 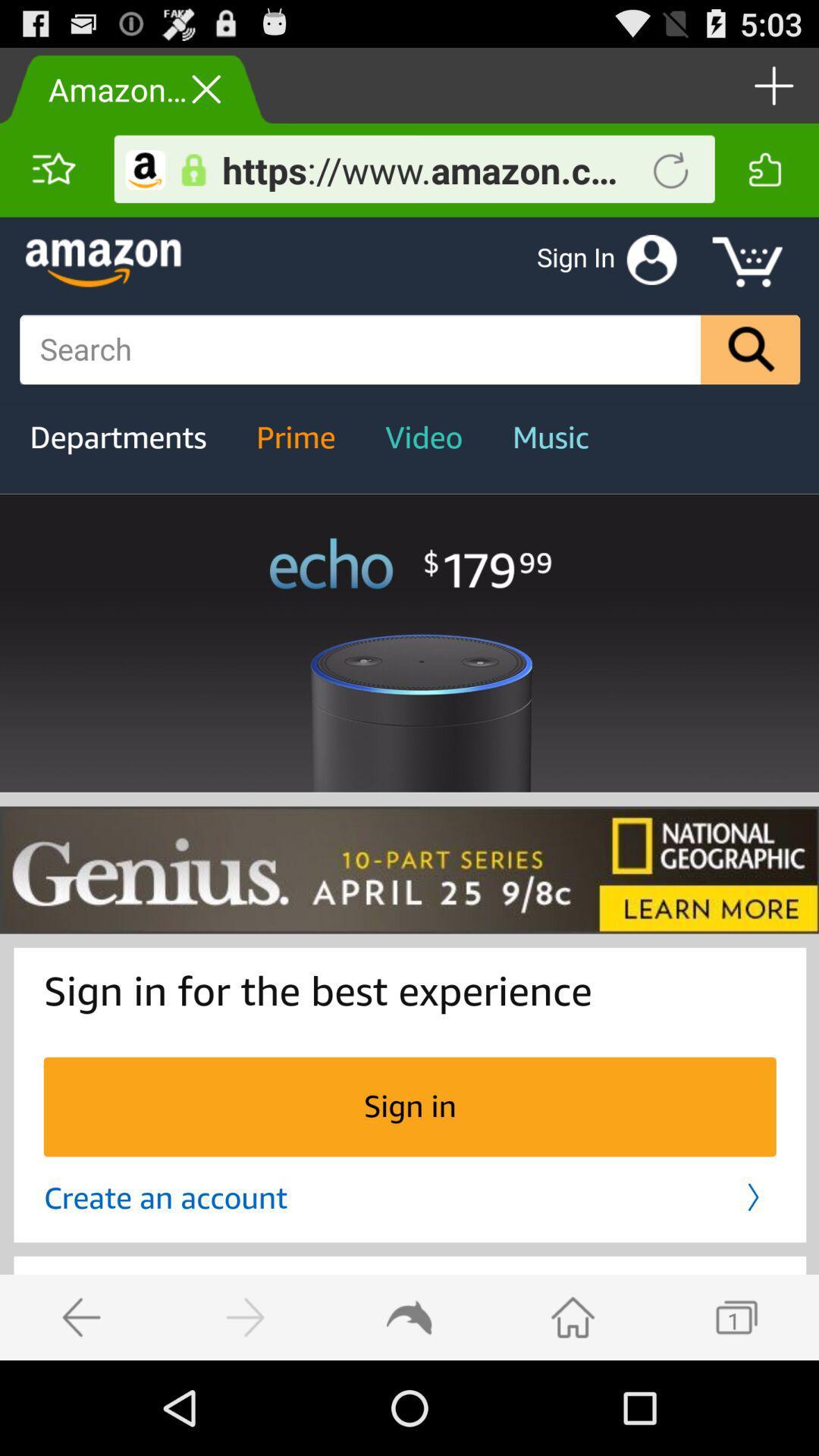 I want to click on new tab, so click(x=771, y=84).